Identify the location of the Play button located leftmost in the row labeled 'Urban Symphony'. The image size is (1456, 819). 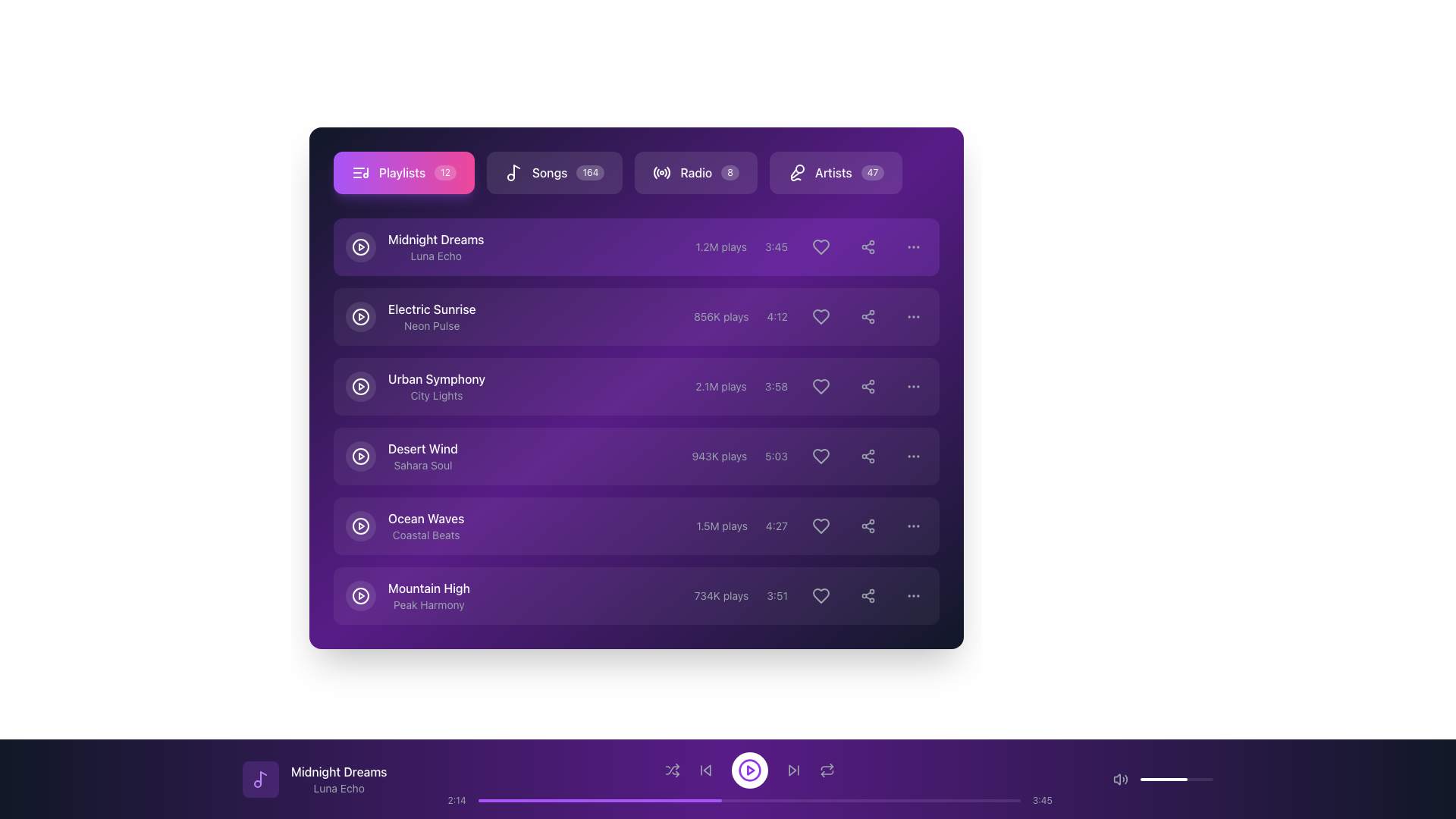
(359, 385).